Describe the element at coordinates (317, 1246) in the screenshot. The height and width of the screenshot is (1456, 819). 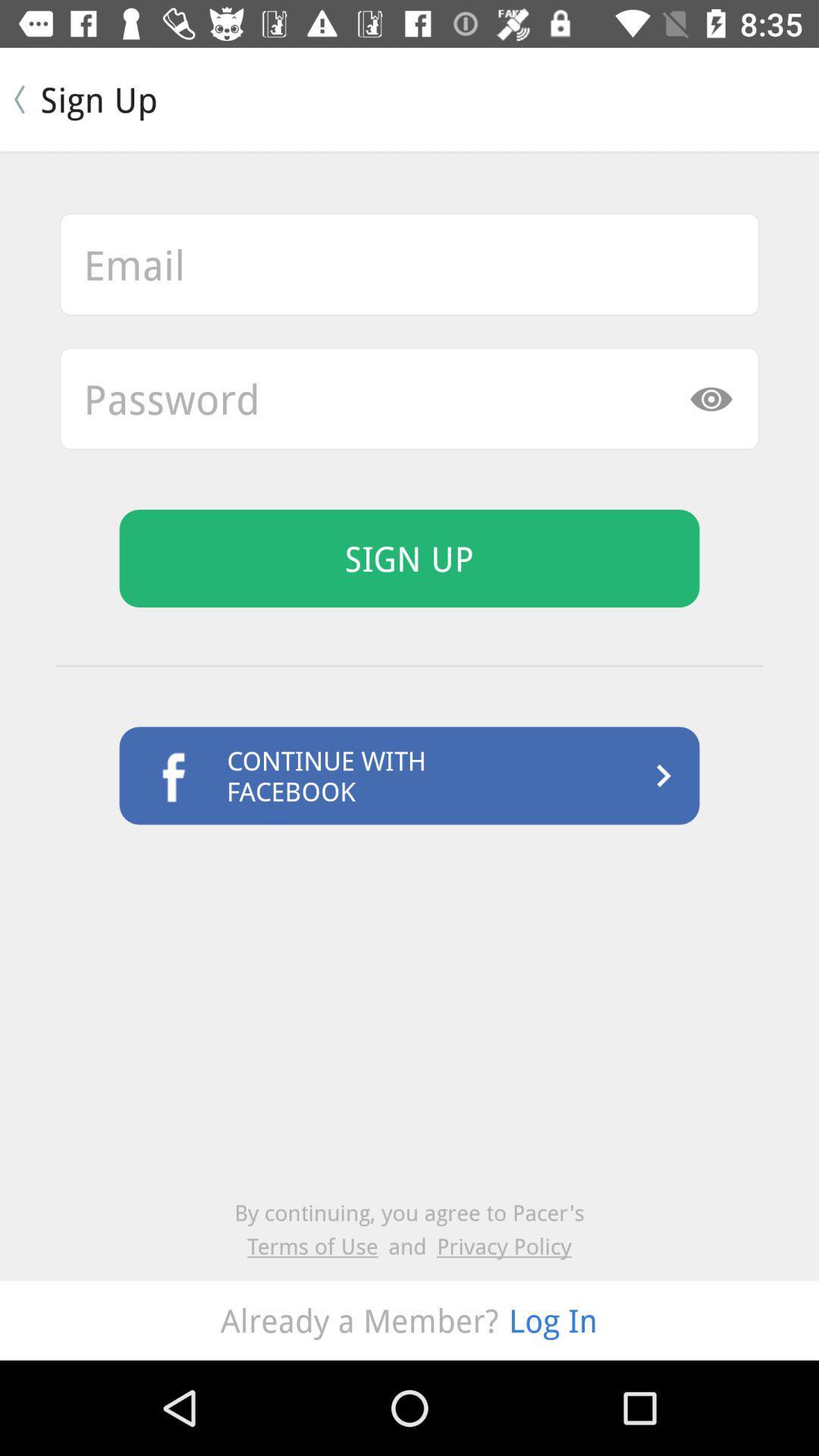
I see `the icon below by continuing you icon` at that location.